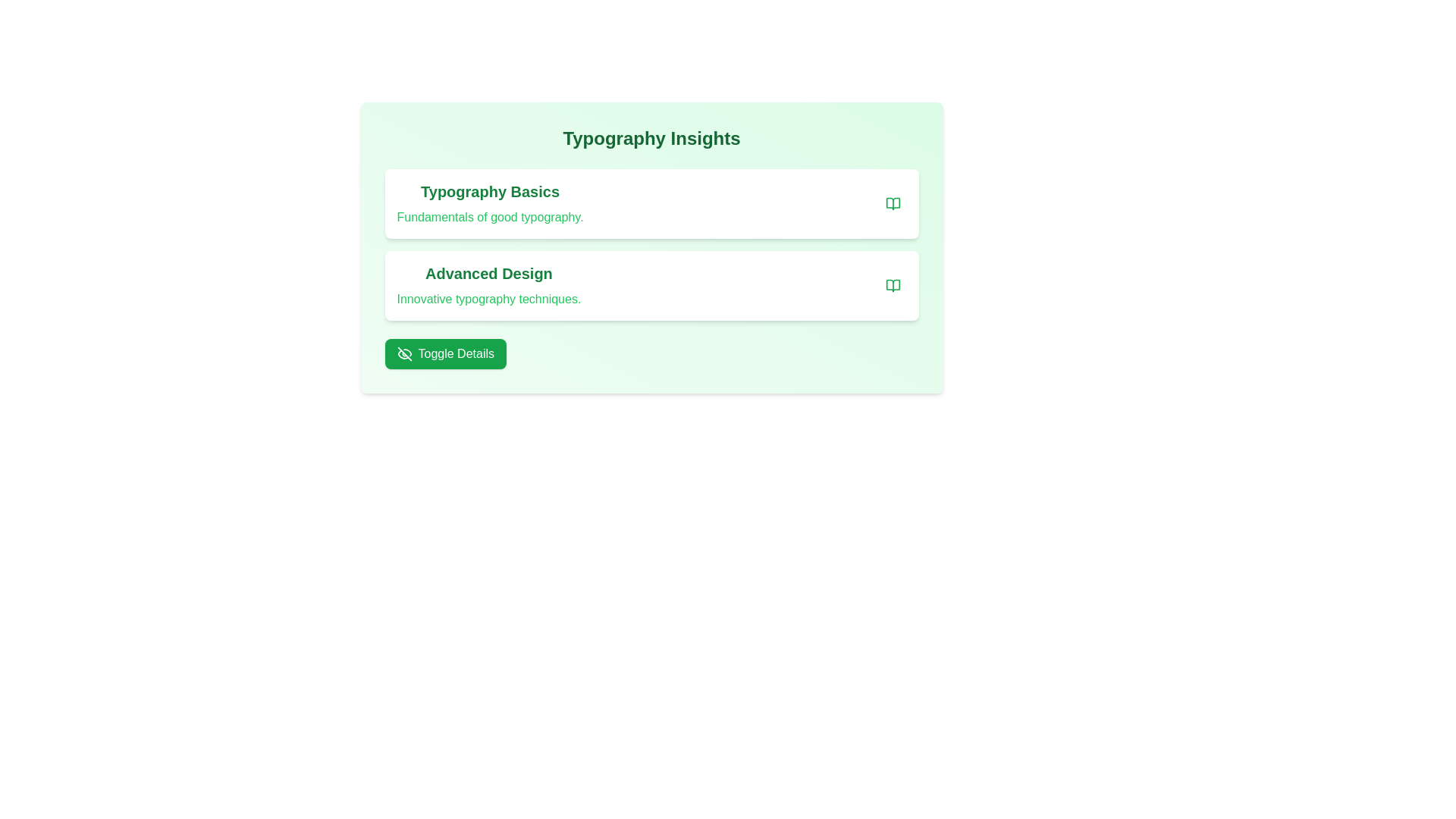  What do you see at coordinates (490, 191) in the screenshot?
I see `the heading text element that summarizes the content of the card, located at the top-center of the interface, just below 'Typography Insights'` at bounding box center [490, 191].